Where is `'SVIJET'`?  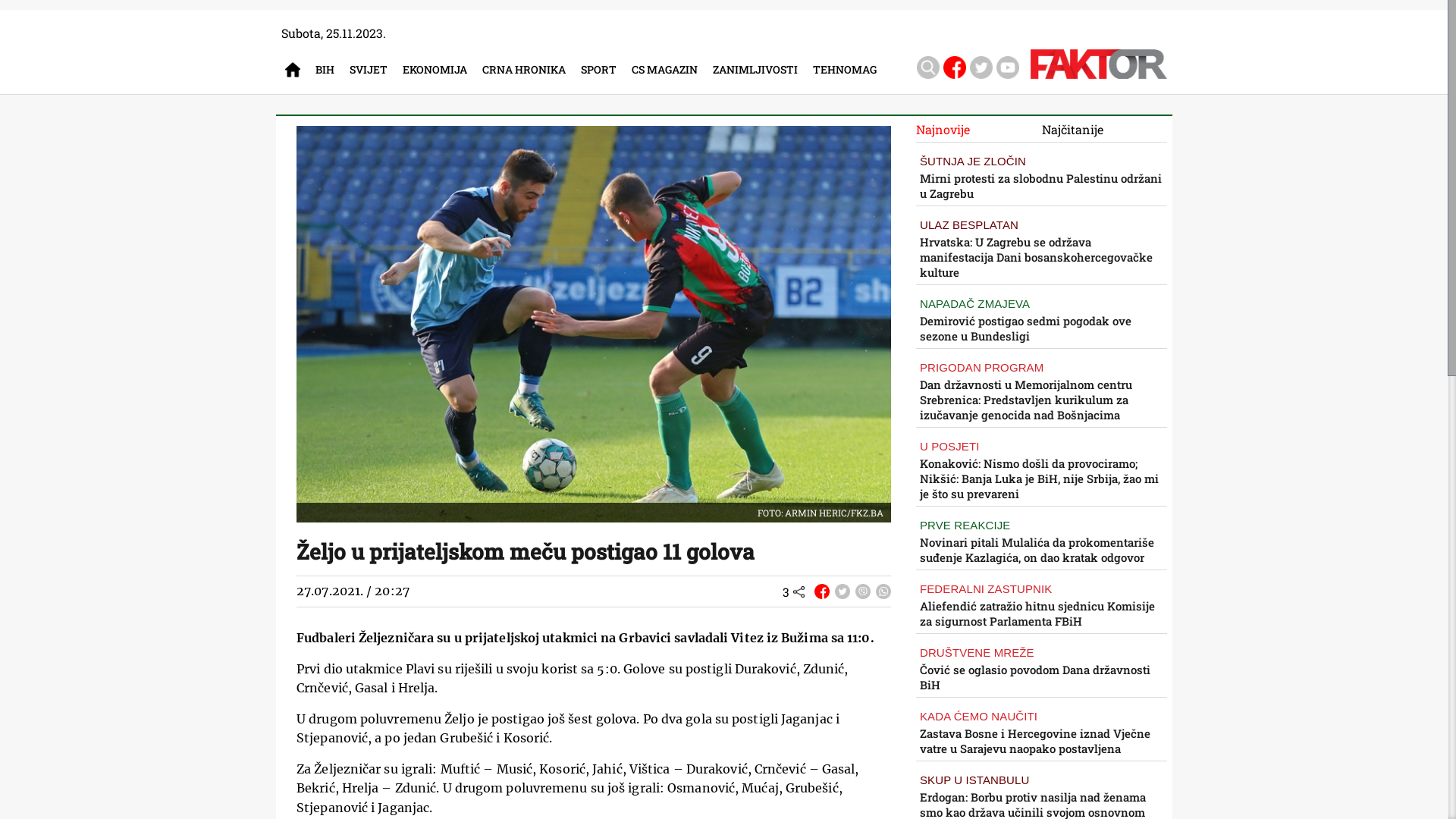
'SVIJET' is located at coordinates (372, 69).